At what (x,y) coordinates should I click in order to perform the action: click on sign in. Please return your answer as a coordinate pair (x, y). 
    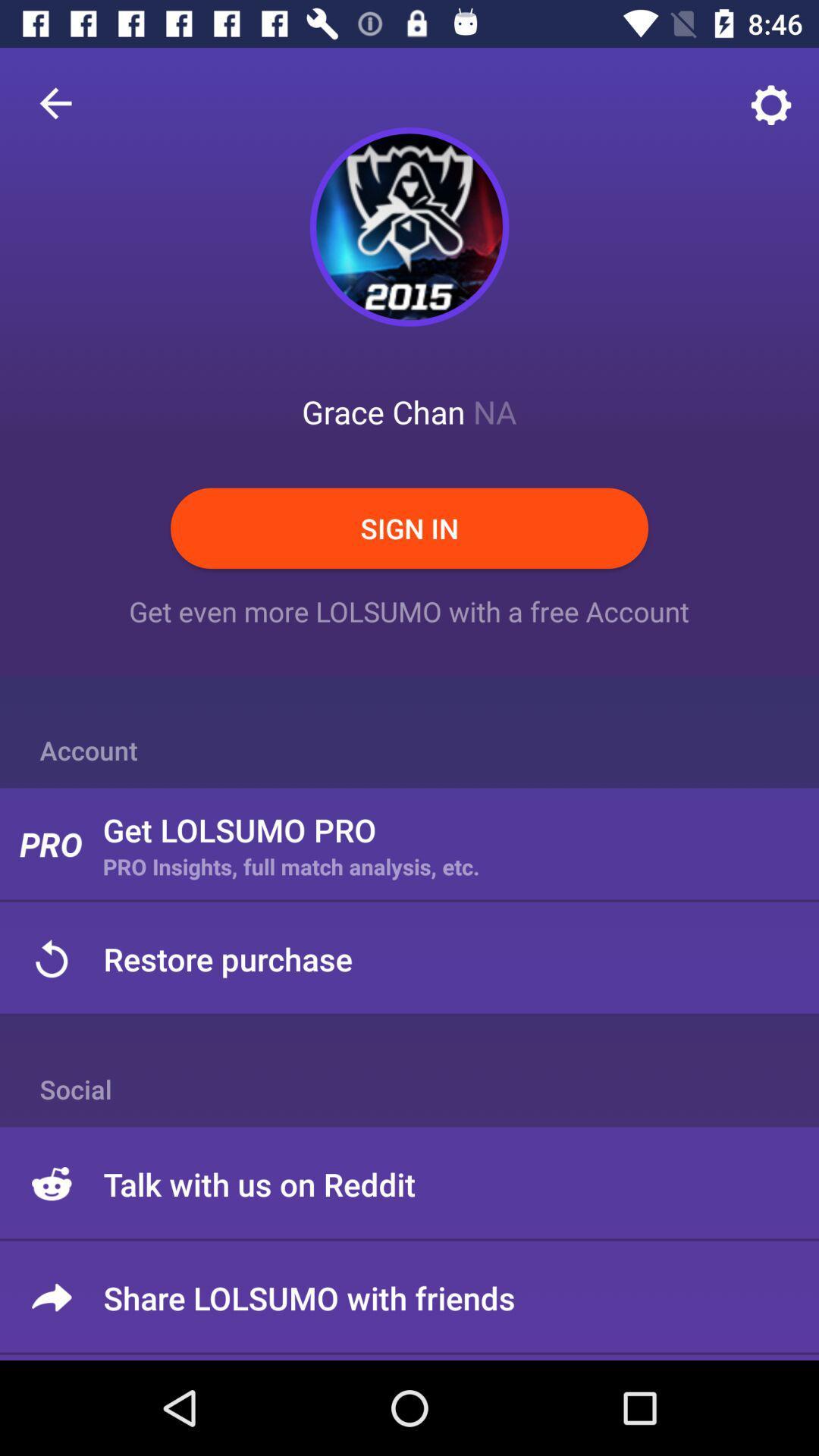
    Looking at the image, I should click on (409, 528).